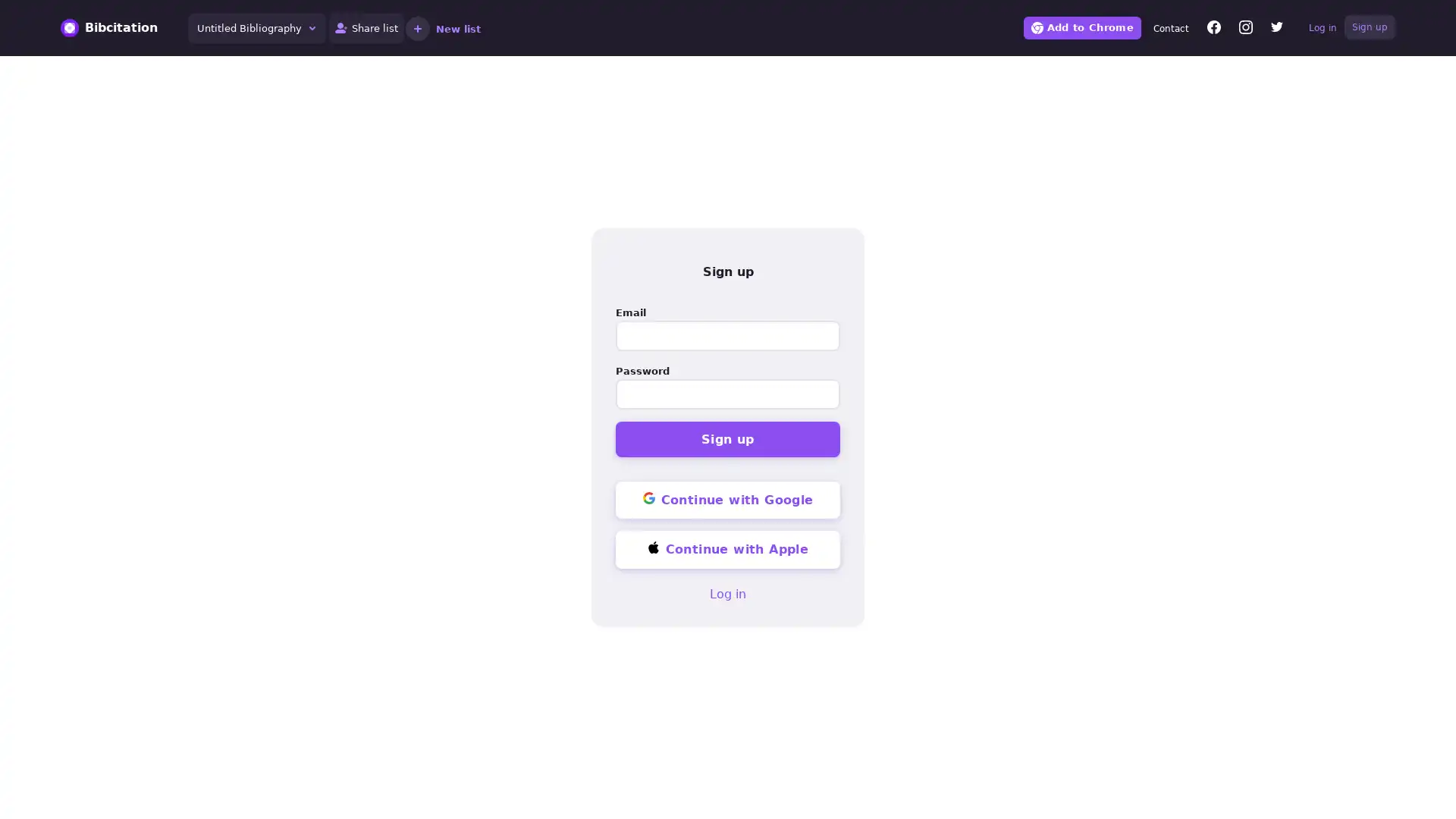 The width and height of the screenshot is (1456, 819). Describe the element at coordinates (1276, 29) in the screenshot. I see `Visit our Twitter` at that location.